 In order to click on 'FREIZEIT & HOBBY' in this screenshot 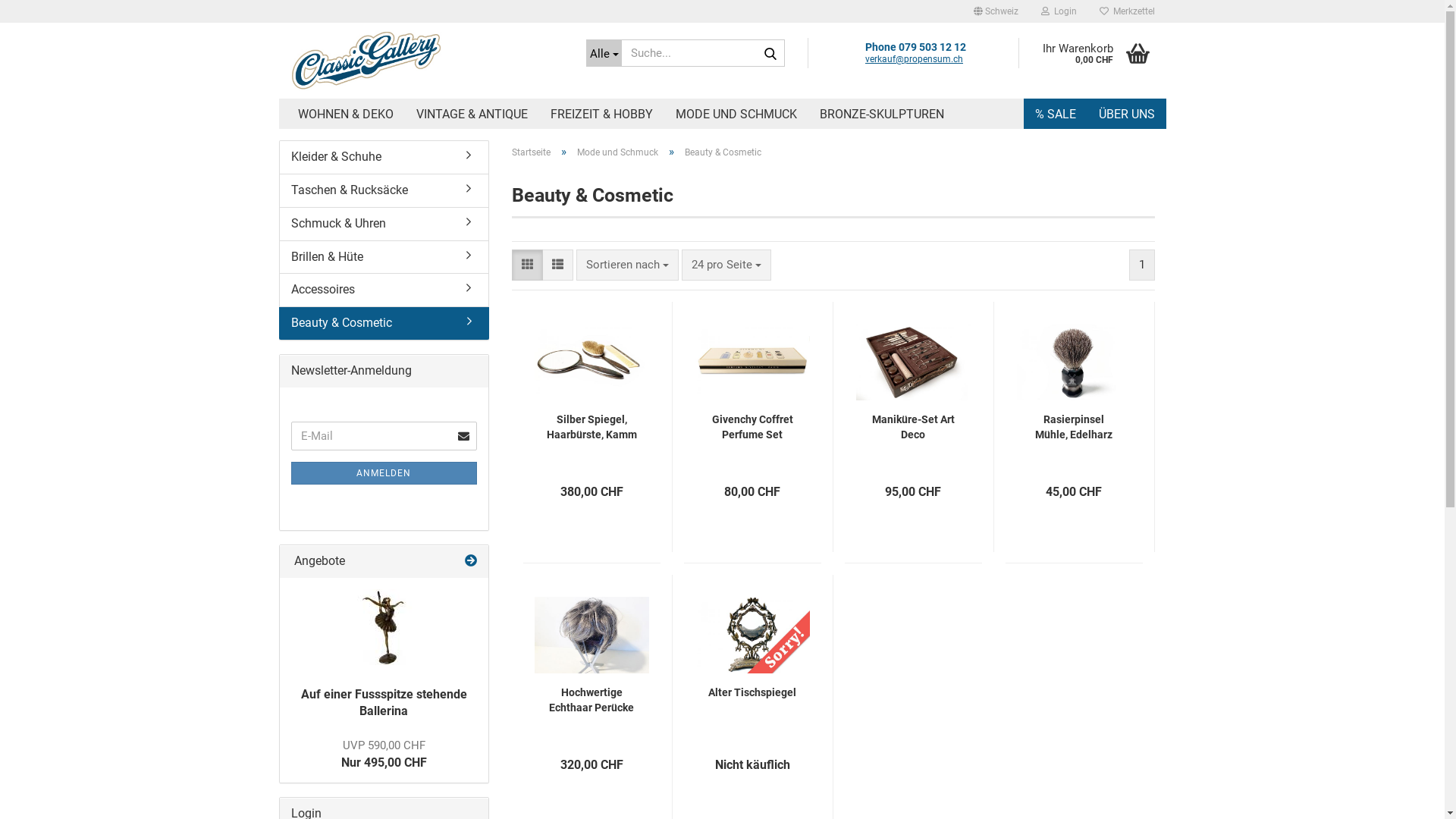, I will do `click(600, 113)`.